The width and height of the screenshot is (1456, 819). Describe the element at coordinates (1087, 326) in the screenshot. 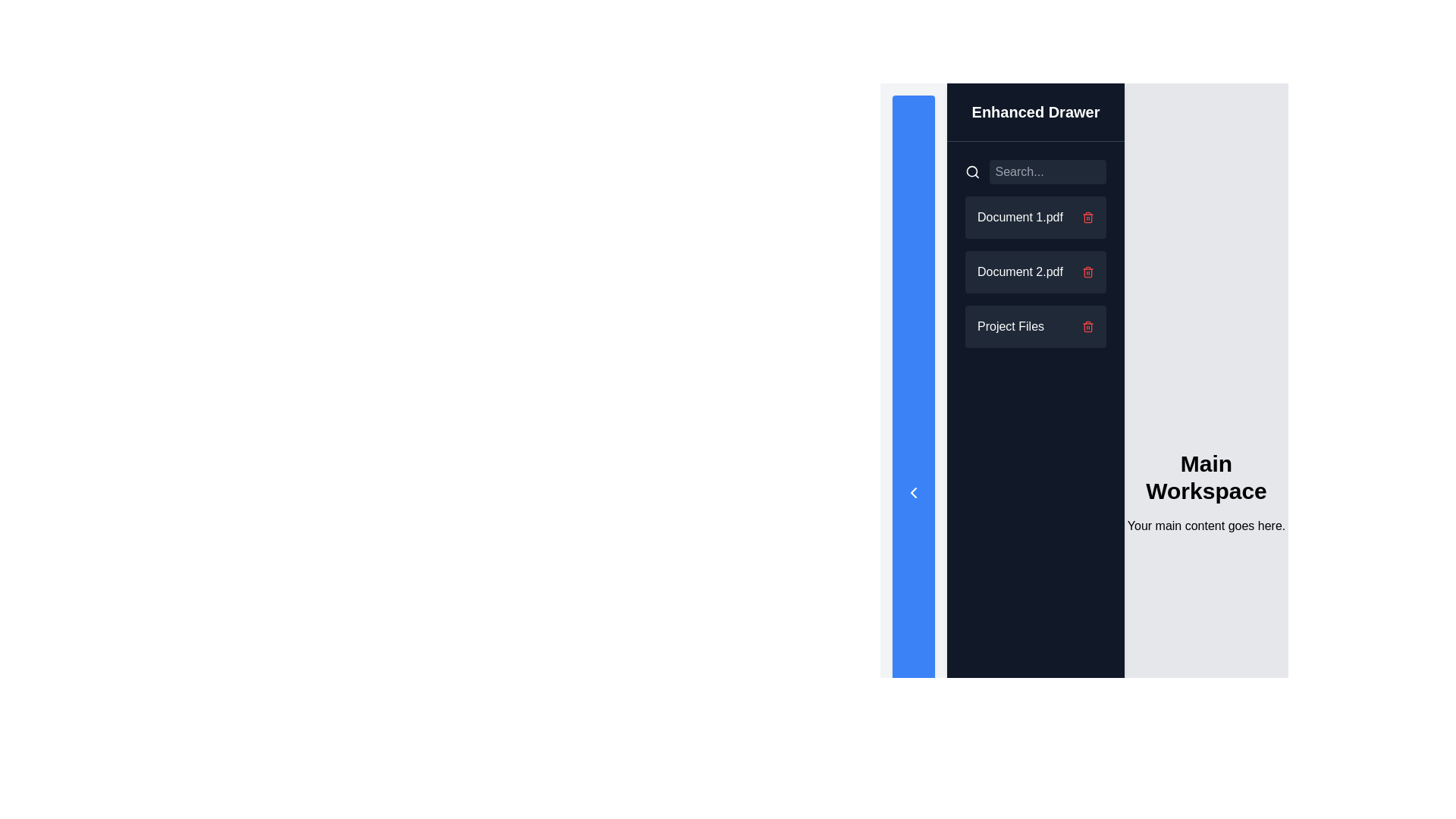

I see `the delete button located to the far right of the 'Project Files' label, which allows the user to remove the associated entry` at that location.